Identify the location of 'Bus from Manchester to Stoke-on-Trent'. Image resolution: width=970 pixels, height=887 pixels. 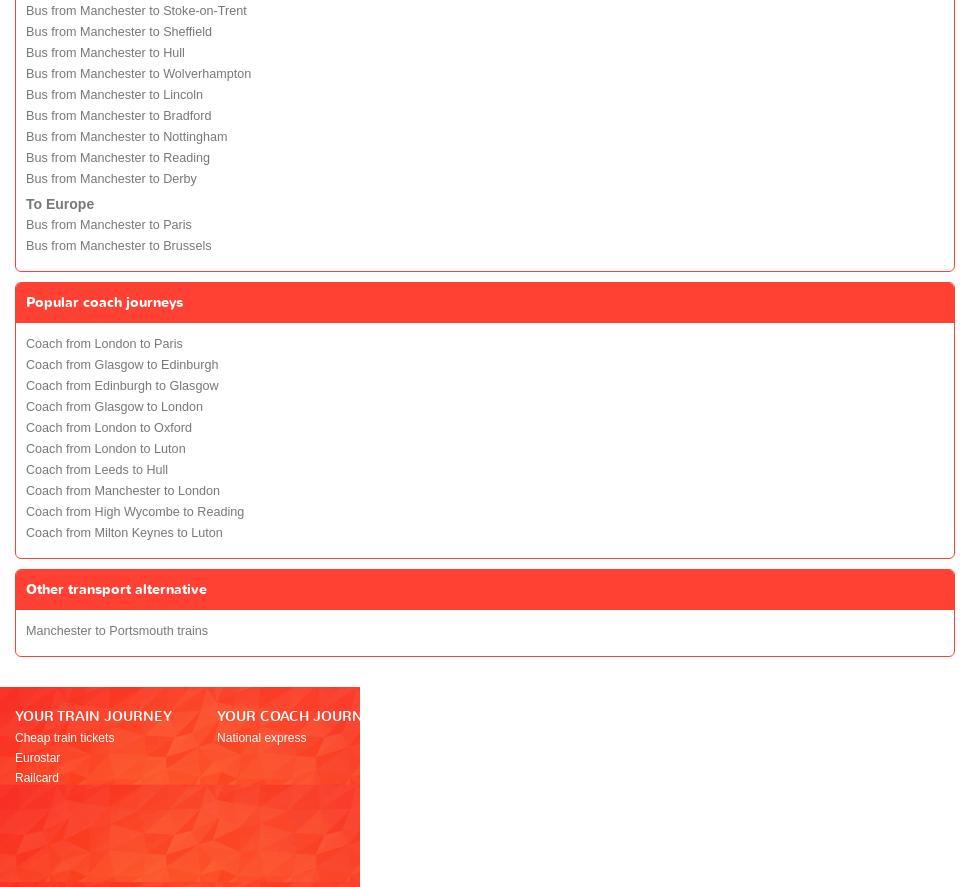
(25, 10).